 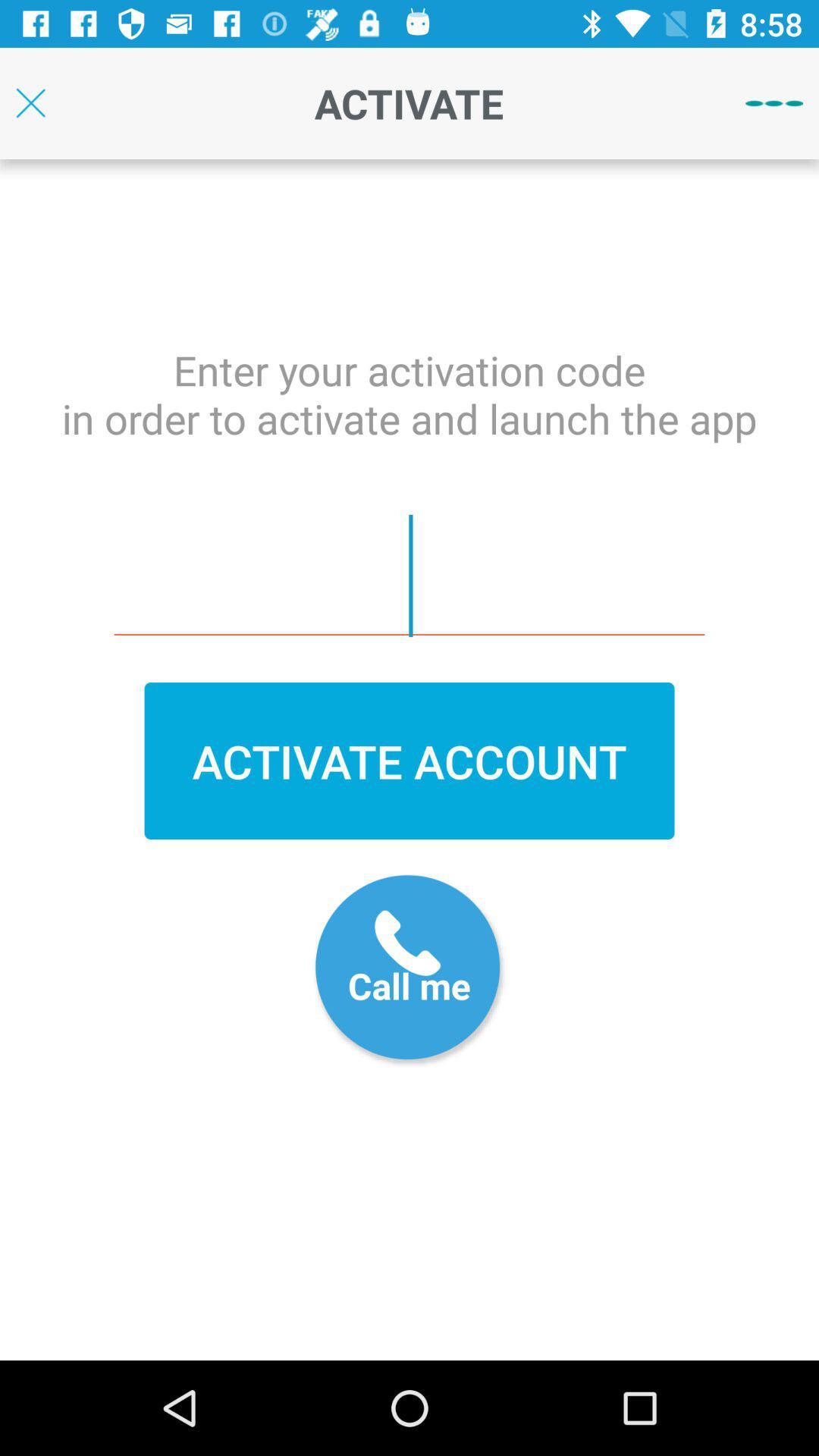 I want to click on window, so click(x=30, y=102).